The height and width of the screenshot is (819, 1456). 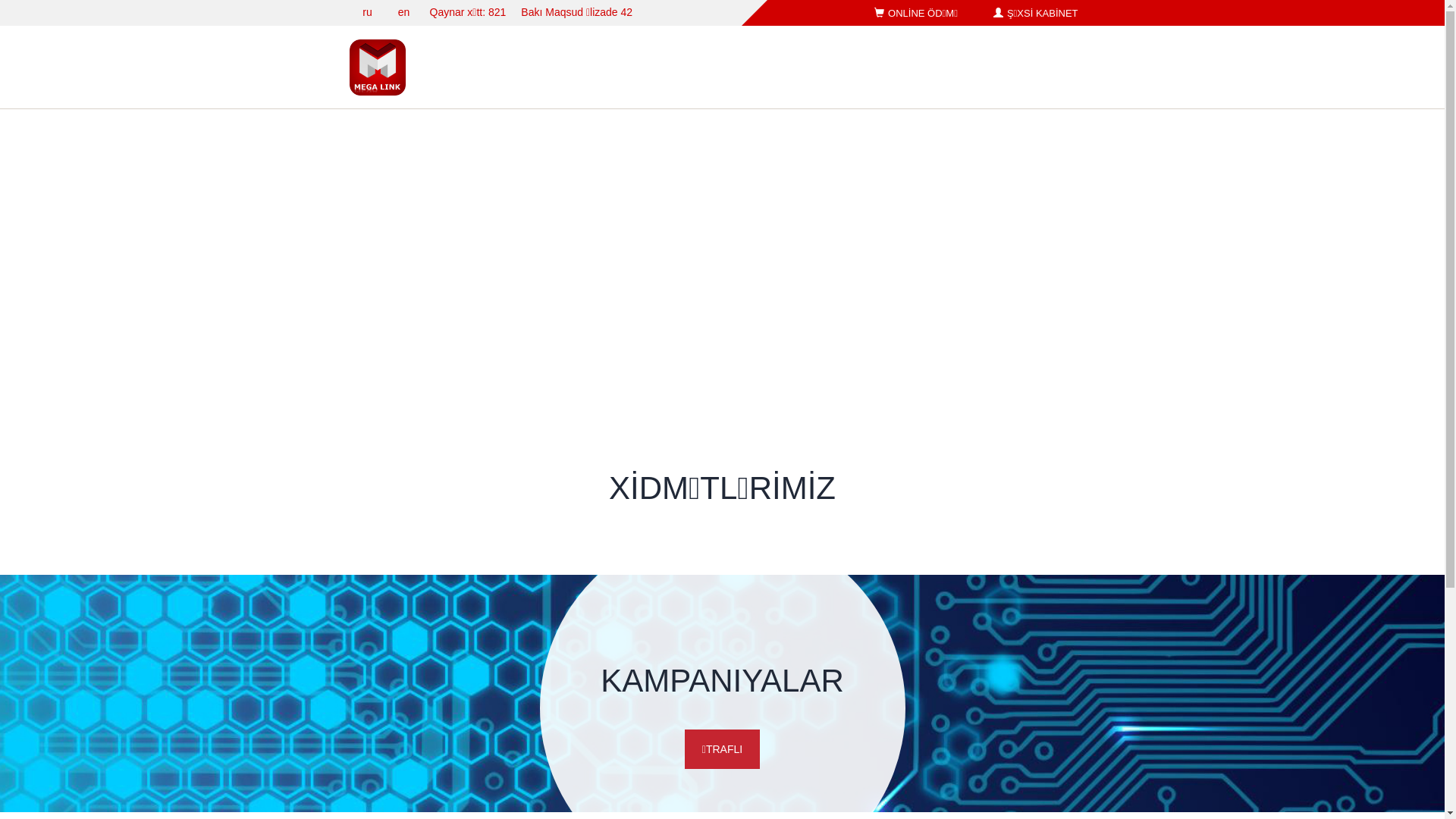 What do you see at coordinates (367, 11) in the screenshot?
I see `'ru'` at bounding box center [367, 11].